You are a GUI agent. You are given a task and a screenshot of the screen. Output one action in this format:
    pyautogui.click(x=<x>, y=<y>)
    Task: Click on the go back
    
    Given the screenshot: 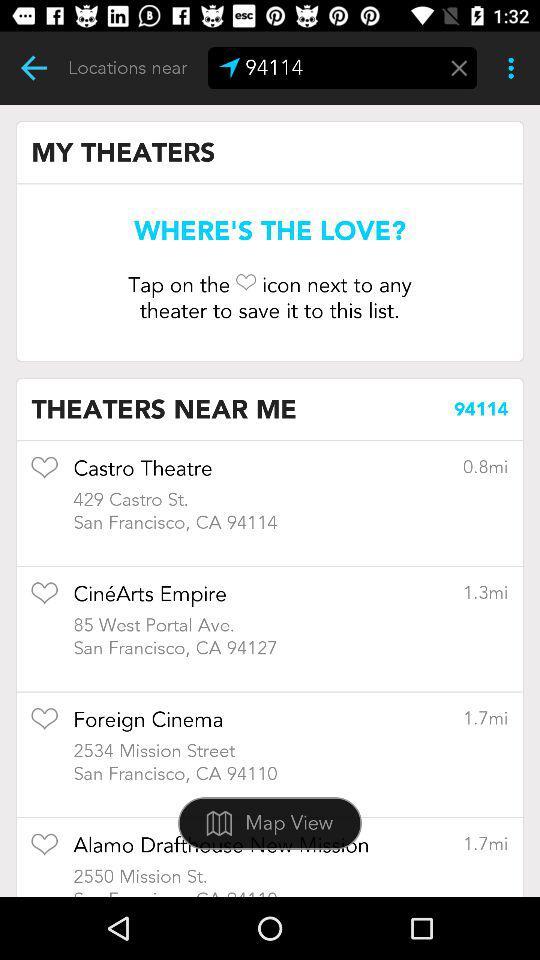 What is the action you would take?
    pyautogui.click(x=33, y=68)
    